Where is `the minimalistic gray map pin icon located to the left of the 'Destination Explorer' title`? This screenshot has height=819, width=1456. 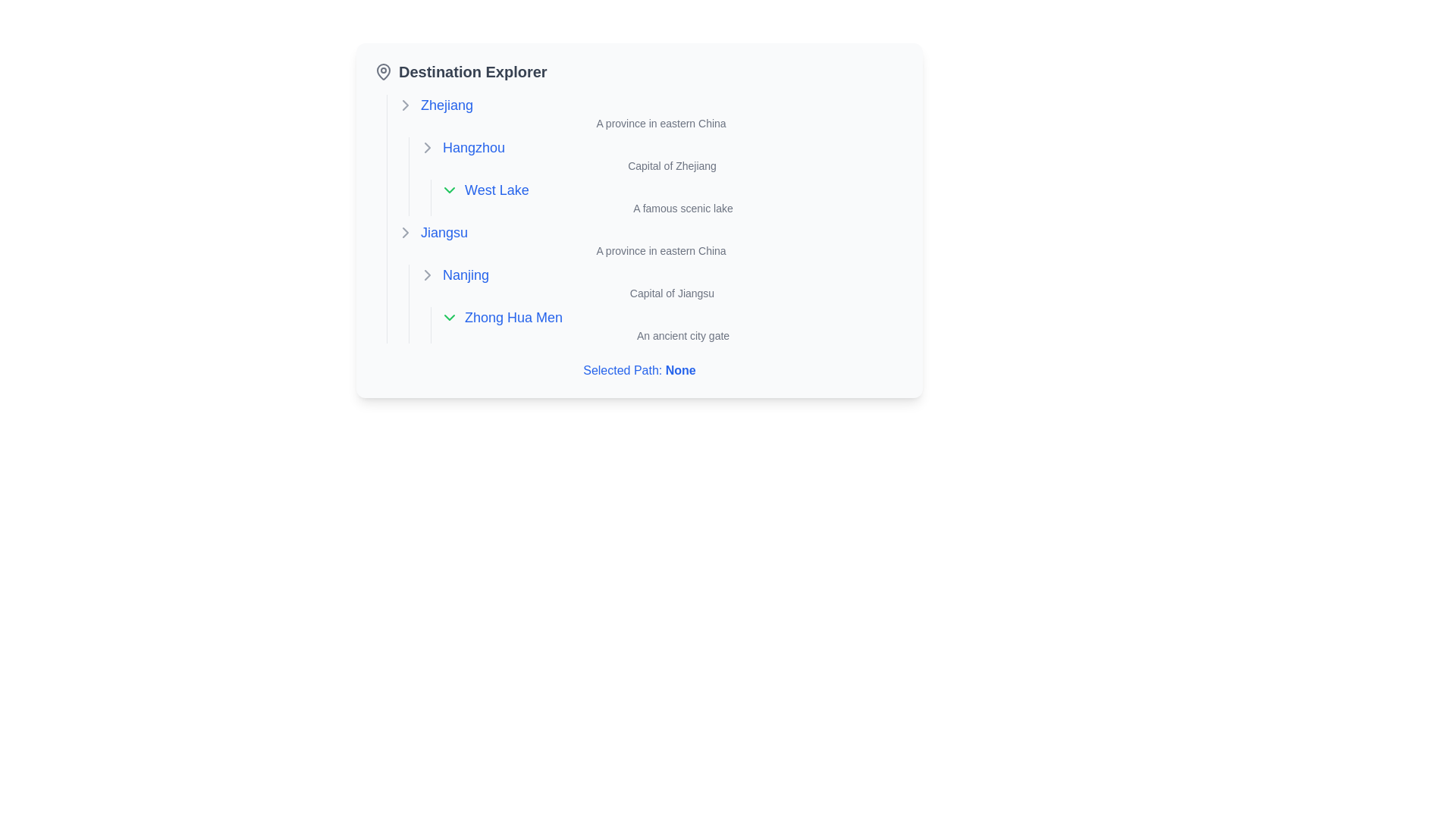 the minimalistic gray map pin icon located to the left of the 'Destination Explorer' title is located at coordinates (383, 72).